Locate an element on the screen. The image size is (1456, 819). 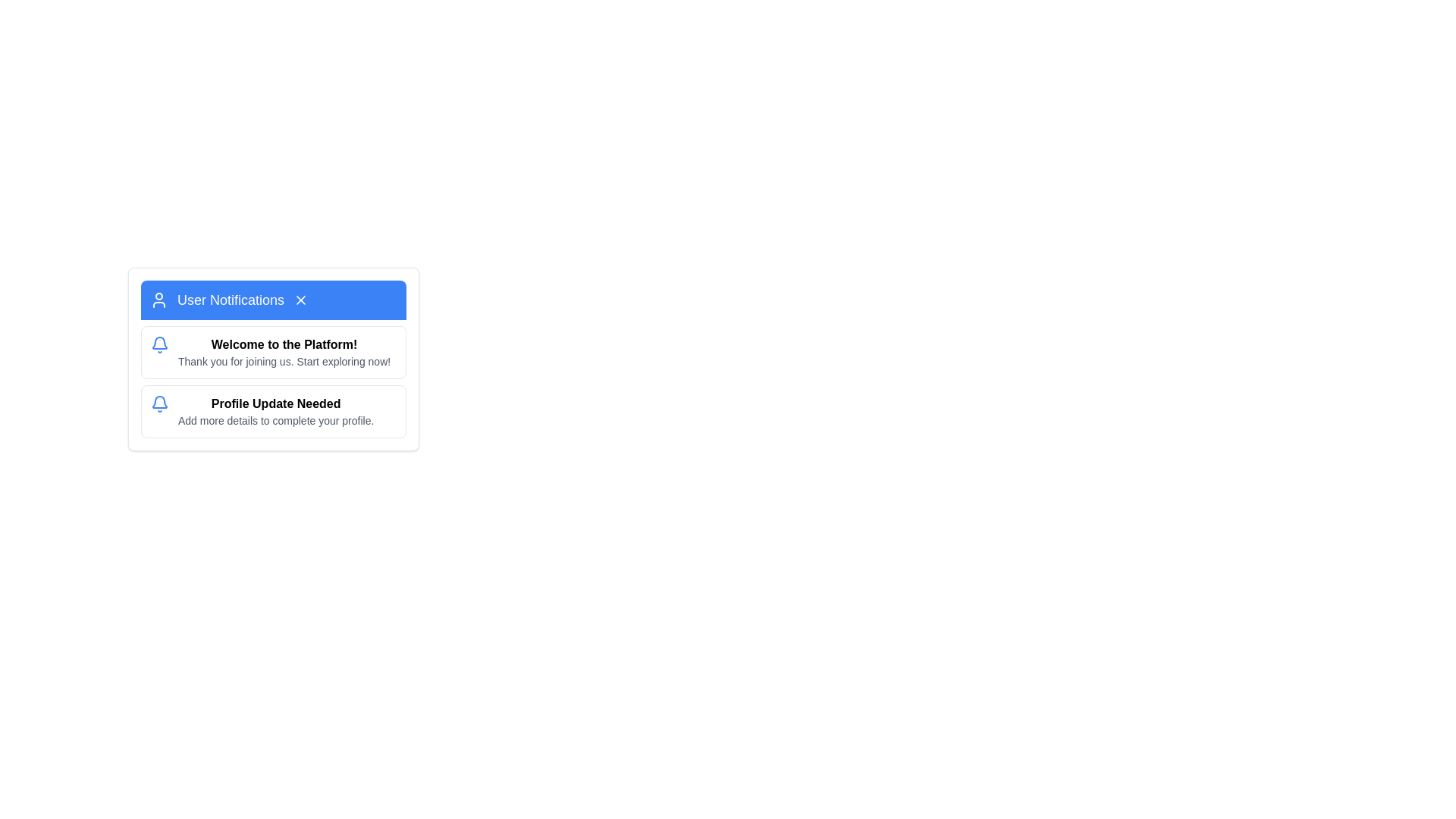
text label that displays 'User Notifications' which is styled with a white font on a blue background, positioned in the header section of the card layout is located at coordinates (230, 300).